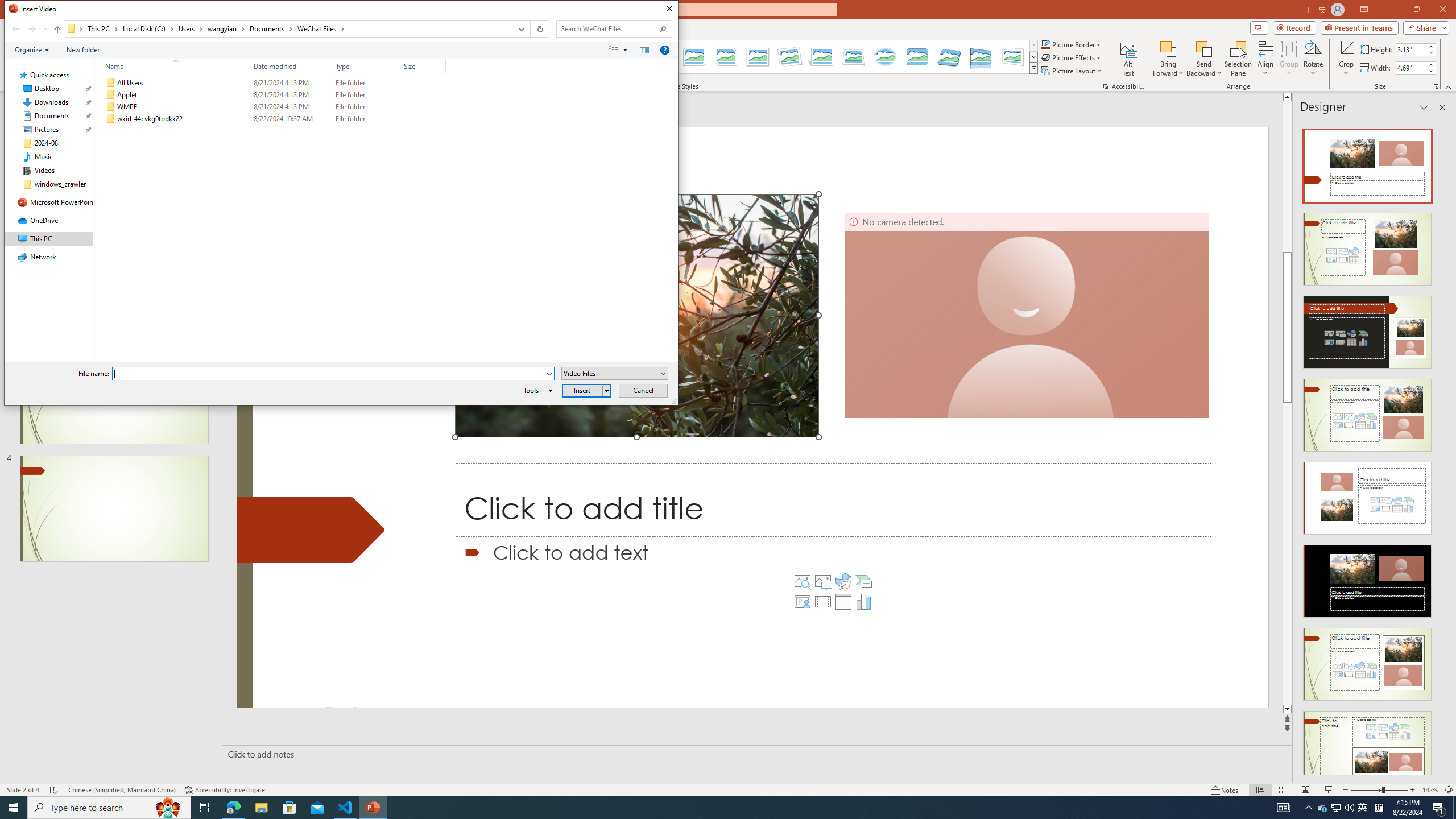 Image resolution: width=1456 pixels, height=819 pixels. What do you see at coordinates (1289, 59) in the screenshot?
I see `'Group'` at bounding box center [1289, 59].